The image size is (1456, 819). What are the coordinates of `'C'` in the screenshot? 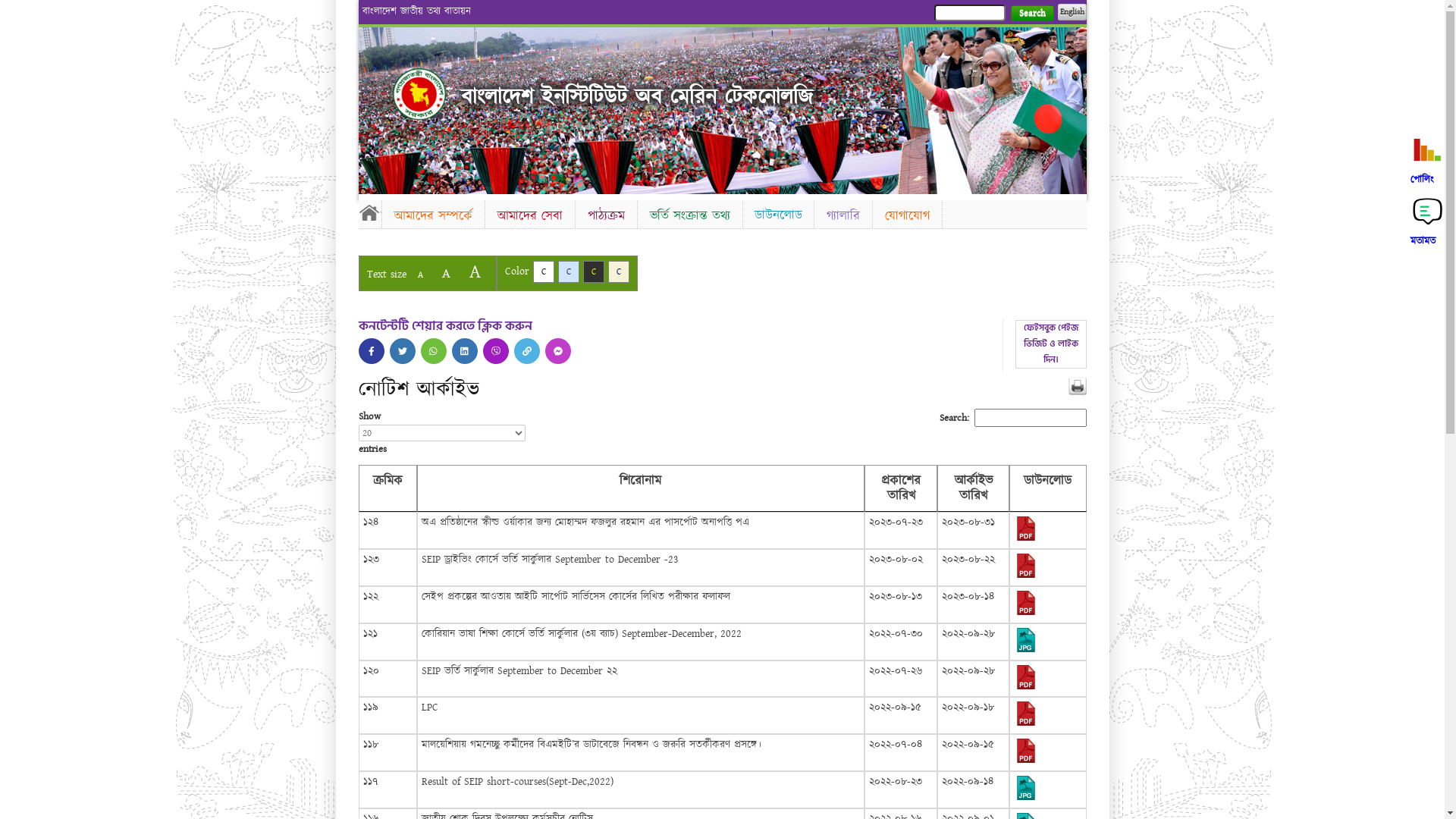 It's located at (582, 271).